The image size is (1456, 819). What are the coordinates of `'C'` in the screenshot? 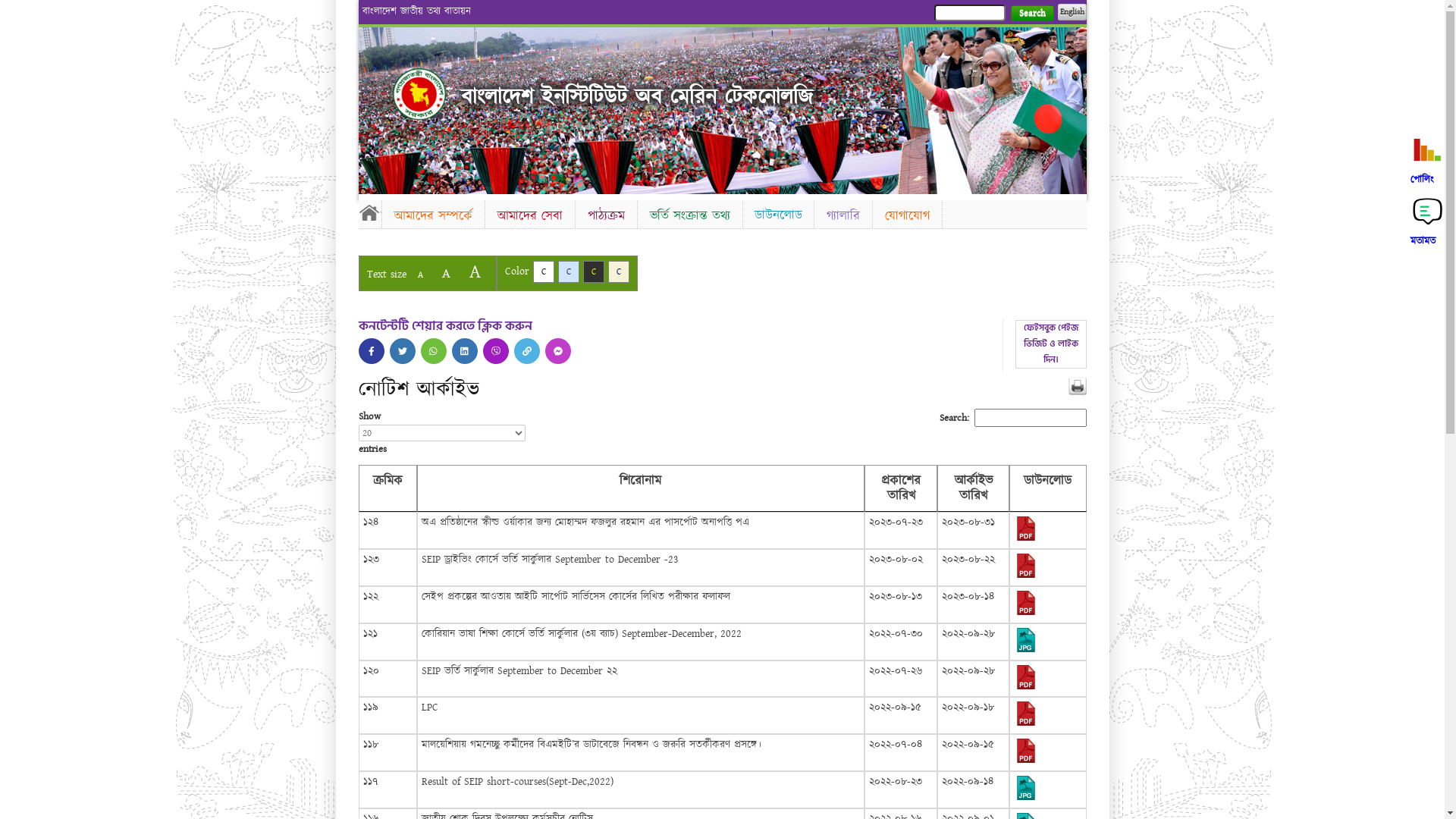 It's located at (582, 271).